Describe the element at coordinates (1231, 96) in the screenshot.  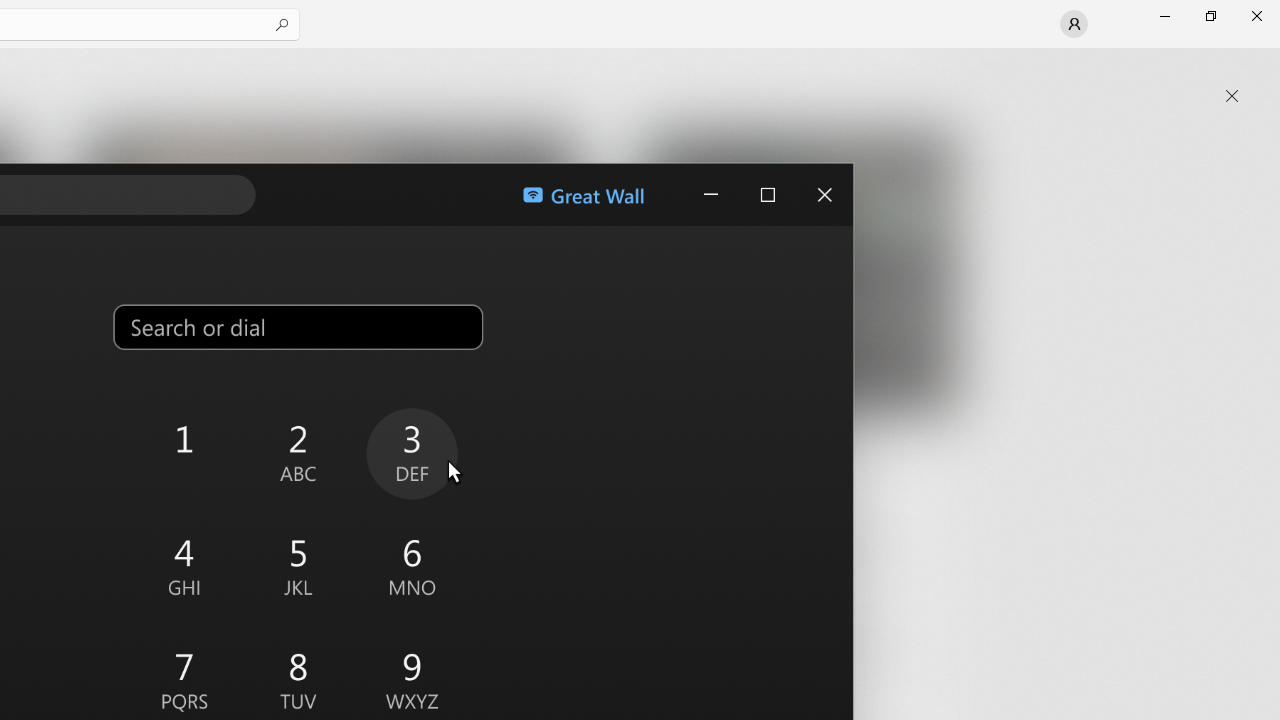
I see `'close popup window'` at that location.